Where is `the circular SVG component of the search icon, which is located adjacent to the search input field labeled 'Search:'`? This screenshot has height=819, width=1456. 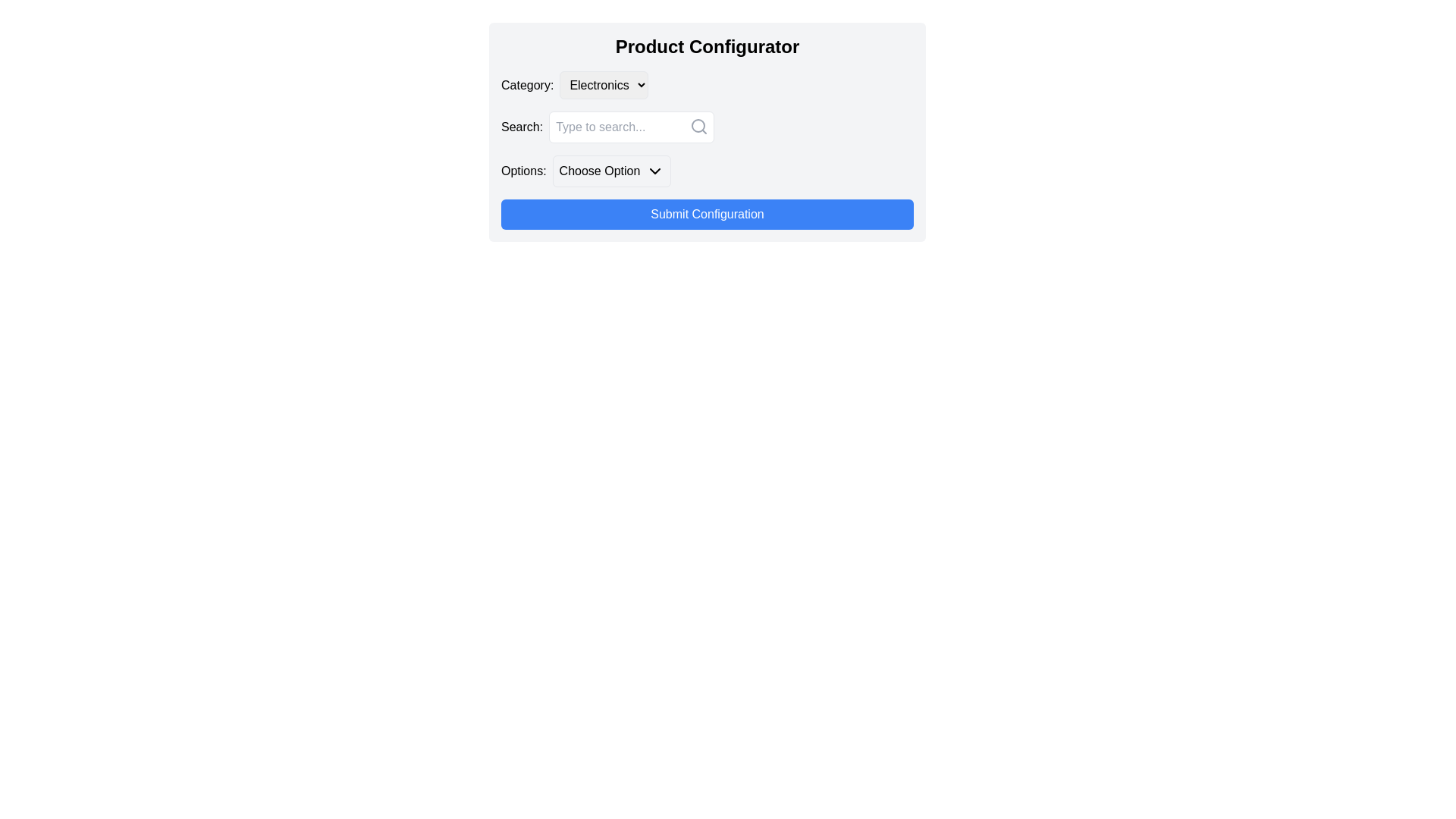
the circular SVG component of the search icon, which is located adjacent to the search input field labeled 'Search:' is located at coordinates (698, 124).